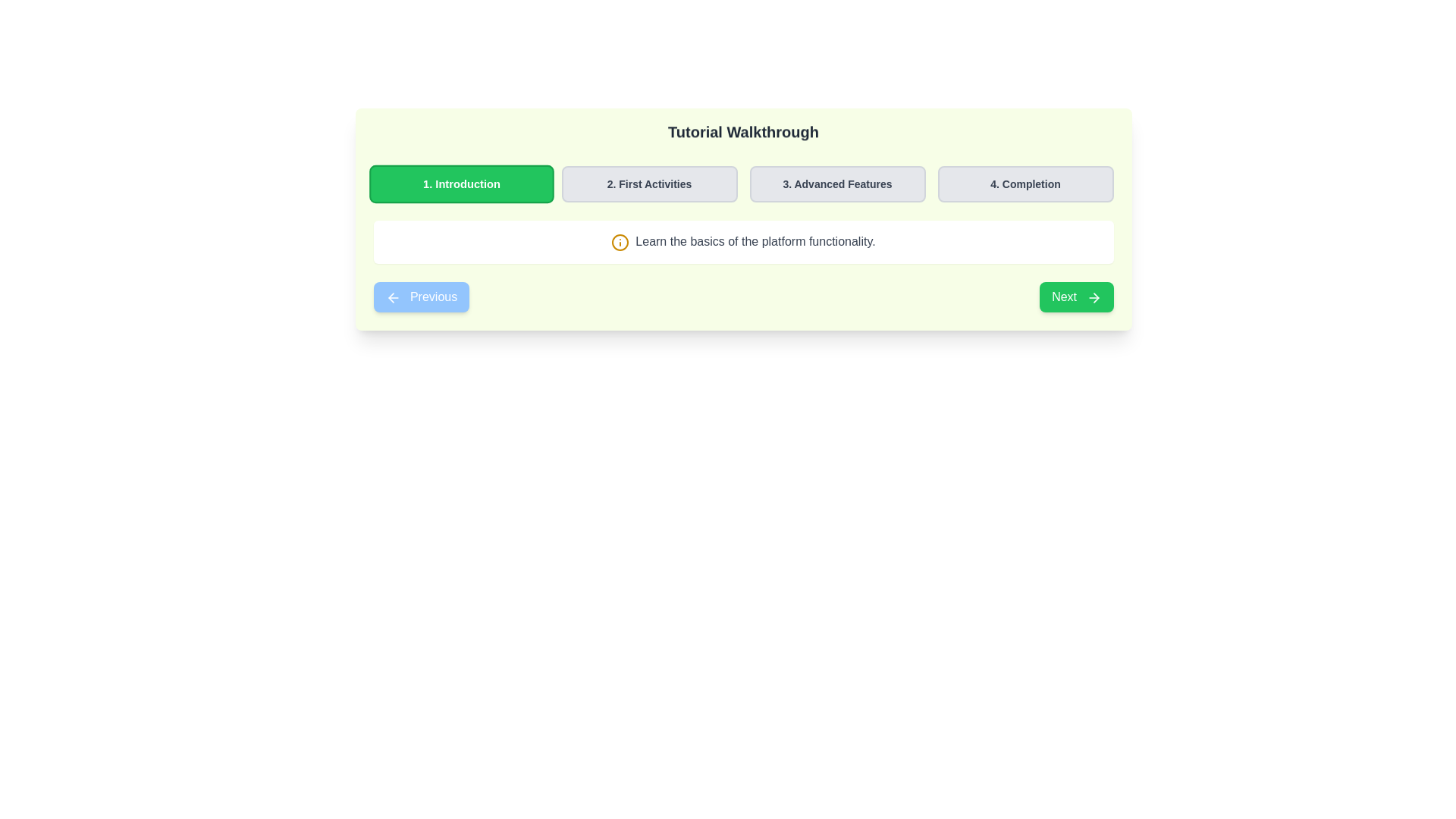 The width and height of the screenshot is (1456, 819). What do you see at coordinates (743, 241) in the screenshot?
I see `informational message block located beneath the grid of buttons labeled '1. Introduction,' '2. First Activities,' '3. Advanced Features,' and '4. Completion,' centered horizontally and positioned above the navigation buttons 'Previous' and 'Next.'` at bounding box center [743, 241].